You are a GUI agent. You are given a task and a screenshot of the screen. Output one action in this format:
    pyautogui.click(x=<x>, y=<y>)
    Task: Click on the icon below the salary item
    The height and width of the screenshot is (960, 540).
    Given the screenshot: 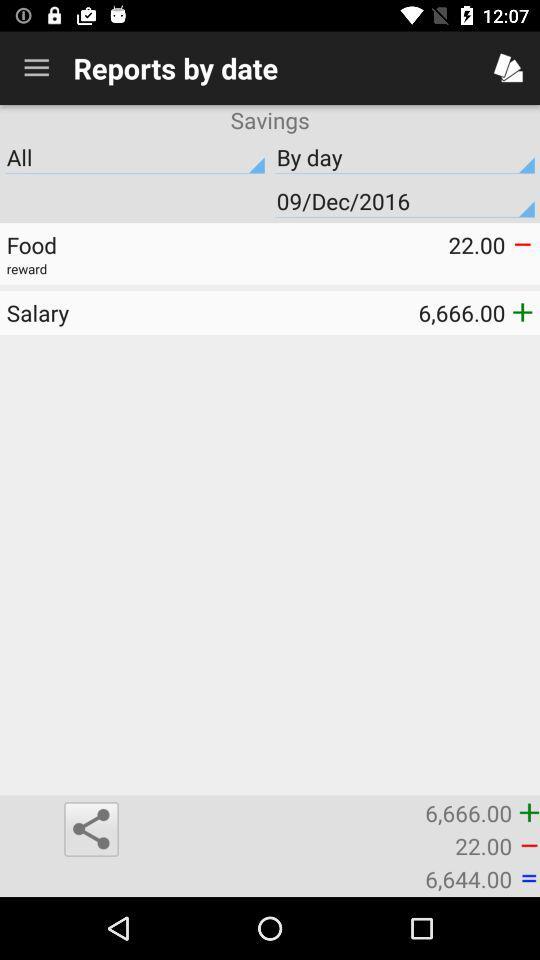 What is the action you would take?
    pyautogui.click(x=90, y=829)
    